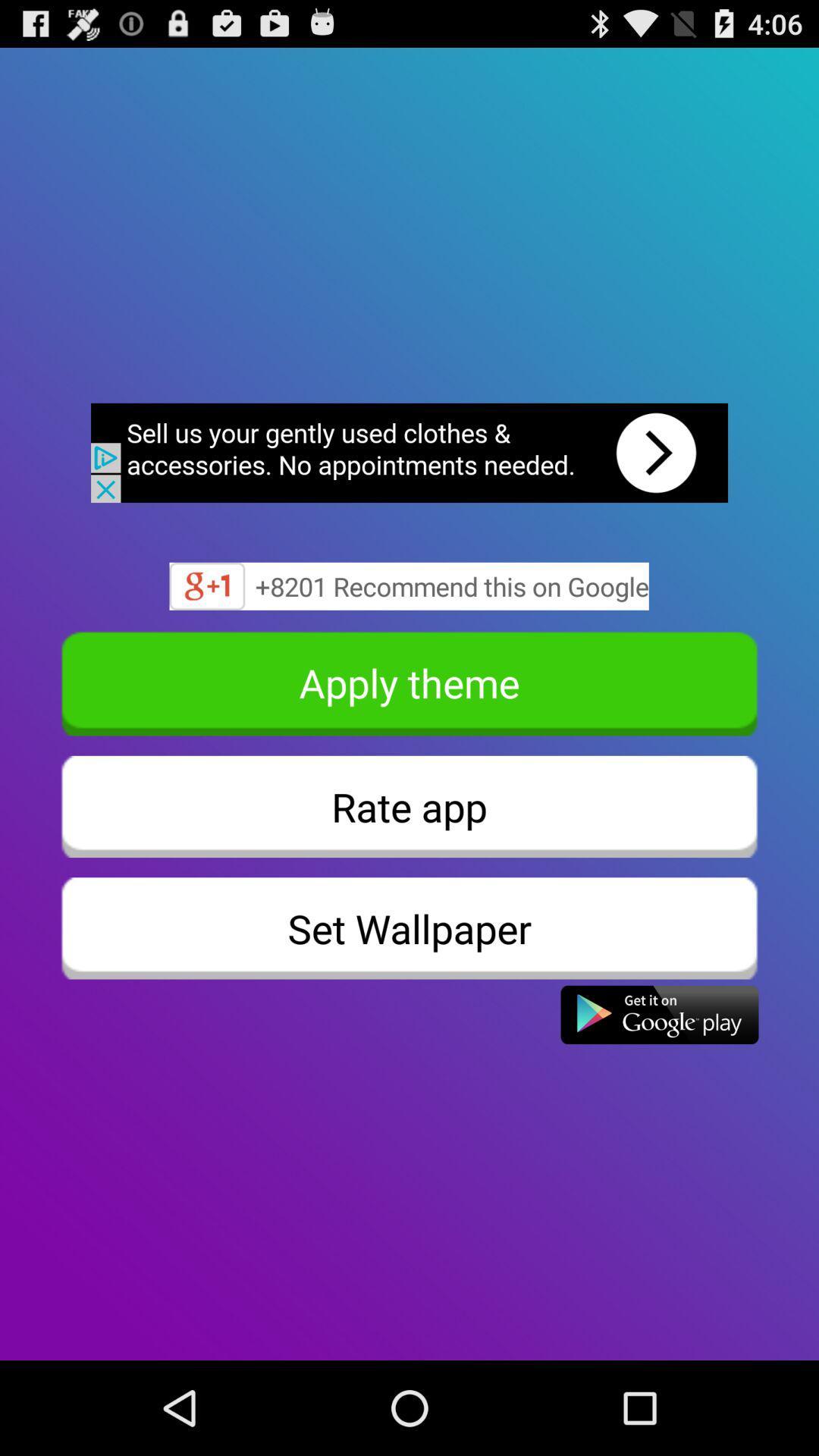 This screenshot has height=1456, width=819. I want to click on link to advertisement, so click(409, 452).